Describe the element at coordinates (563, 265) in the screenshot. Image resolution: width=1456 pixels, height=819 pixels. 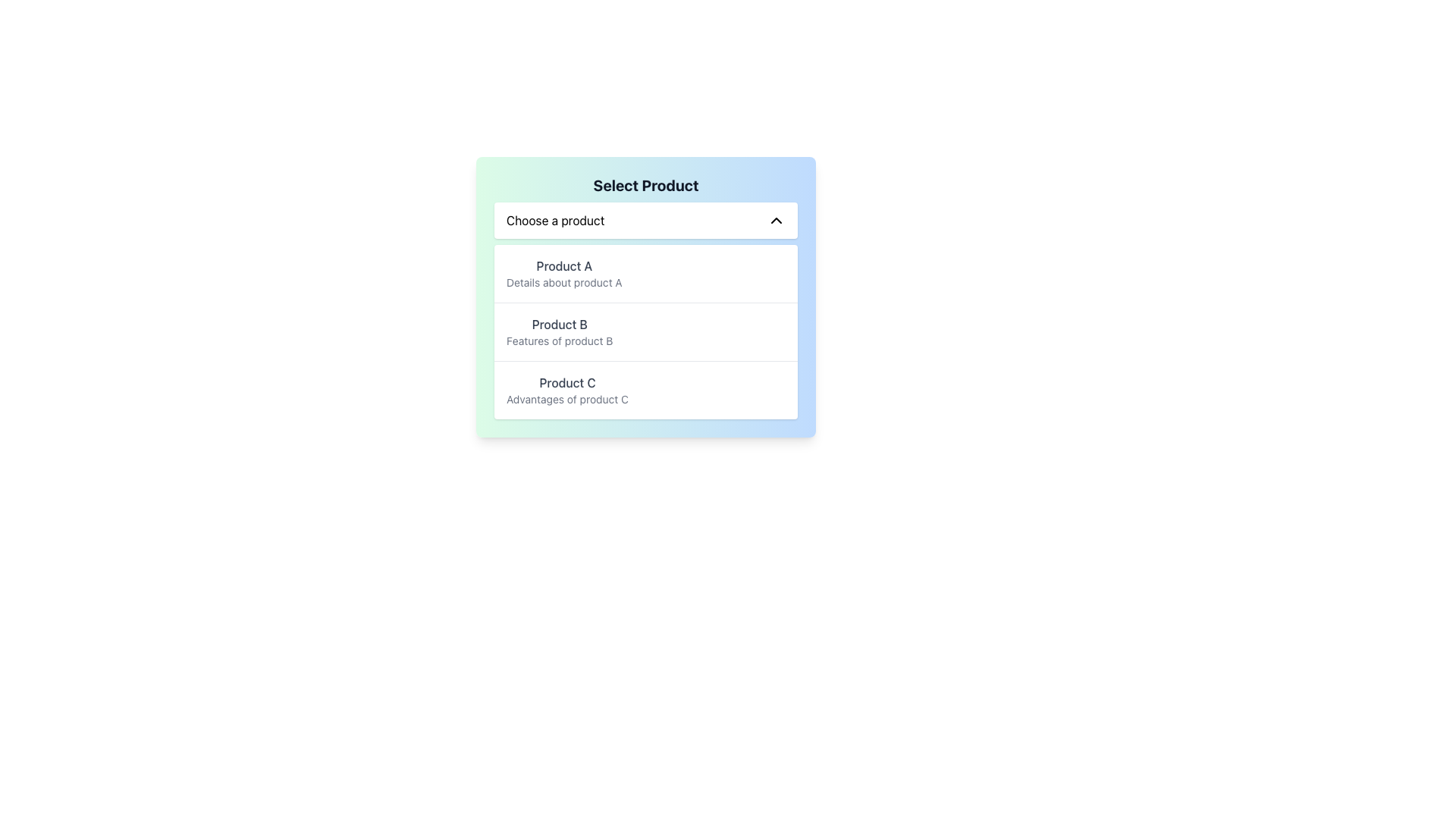
I see `the text label 'Product A' located in the dropdown menu under 'Choose a product', which is styled in bold medium gray and positioned above the description 'Details about product A'` at that location.